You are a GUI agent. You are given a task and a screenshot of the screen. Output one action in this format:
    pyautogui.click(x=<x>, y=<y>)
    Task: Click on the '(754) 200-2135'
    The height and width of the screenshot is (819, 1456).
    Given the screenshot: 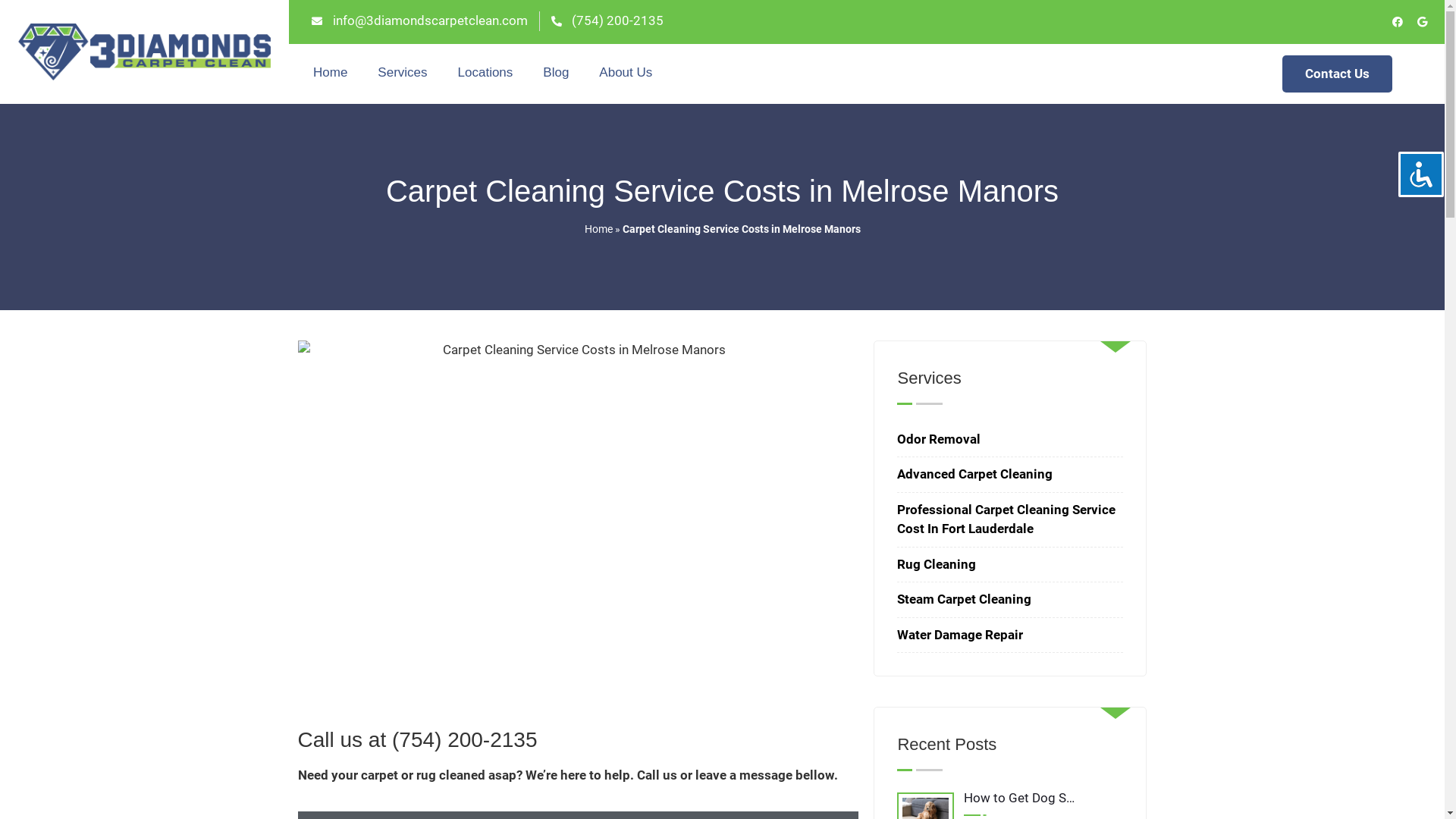 What is the action you would take?
    pyautogui.click(x=607, y=20)
    